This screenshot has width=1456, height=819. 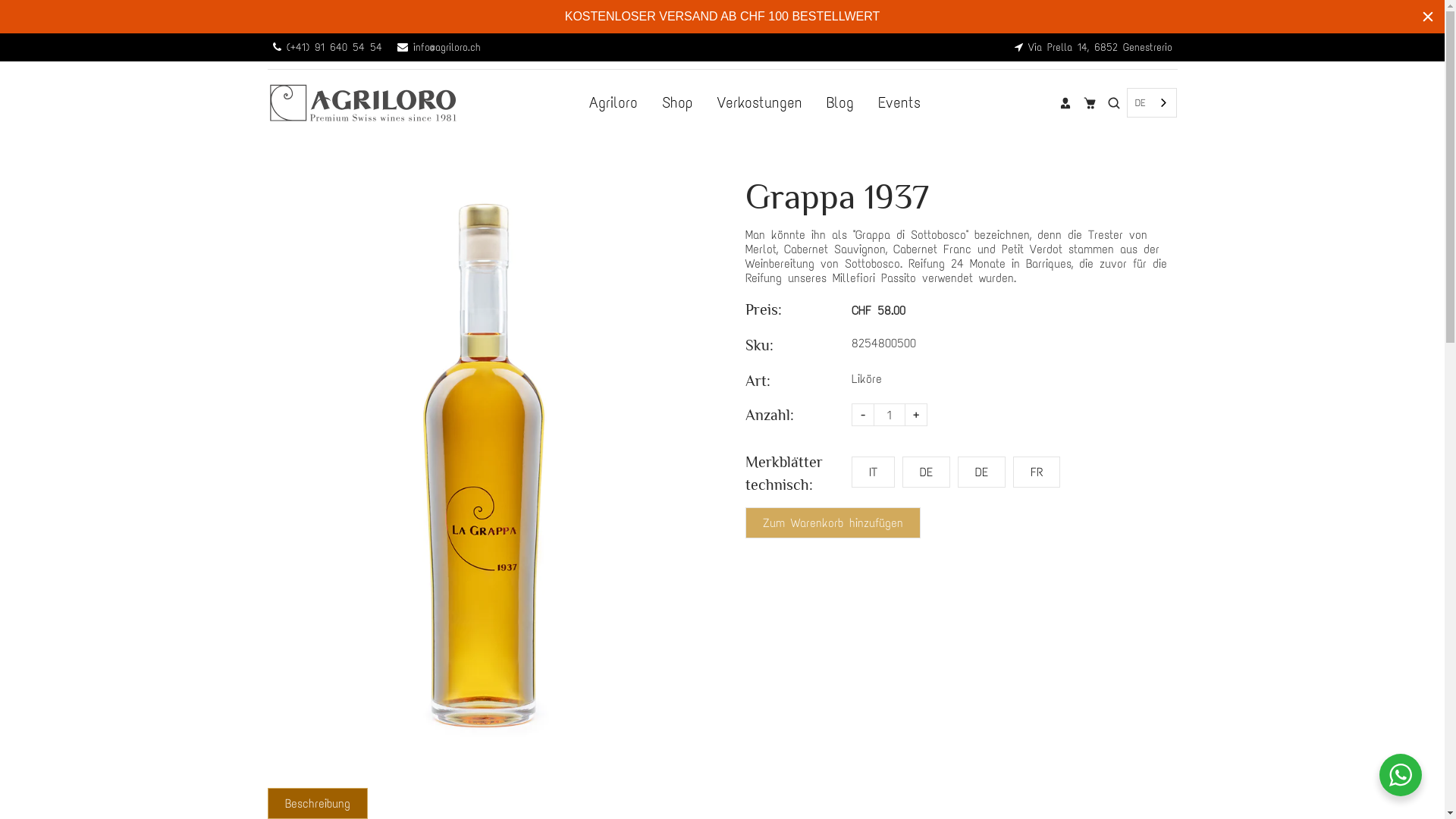 What do you see at coordinates (1088, 102) in the screenshot?
I see `'Trolley'` at bounding box center [1088, 102].